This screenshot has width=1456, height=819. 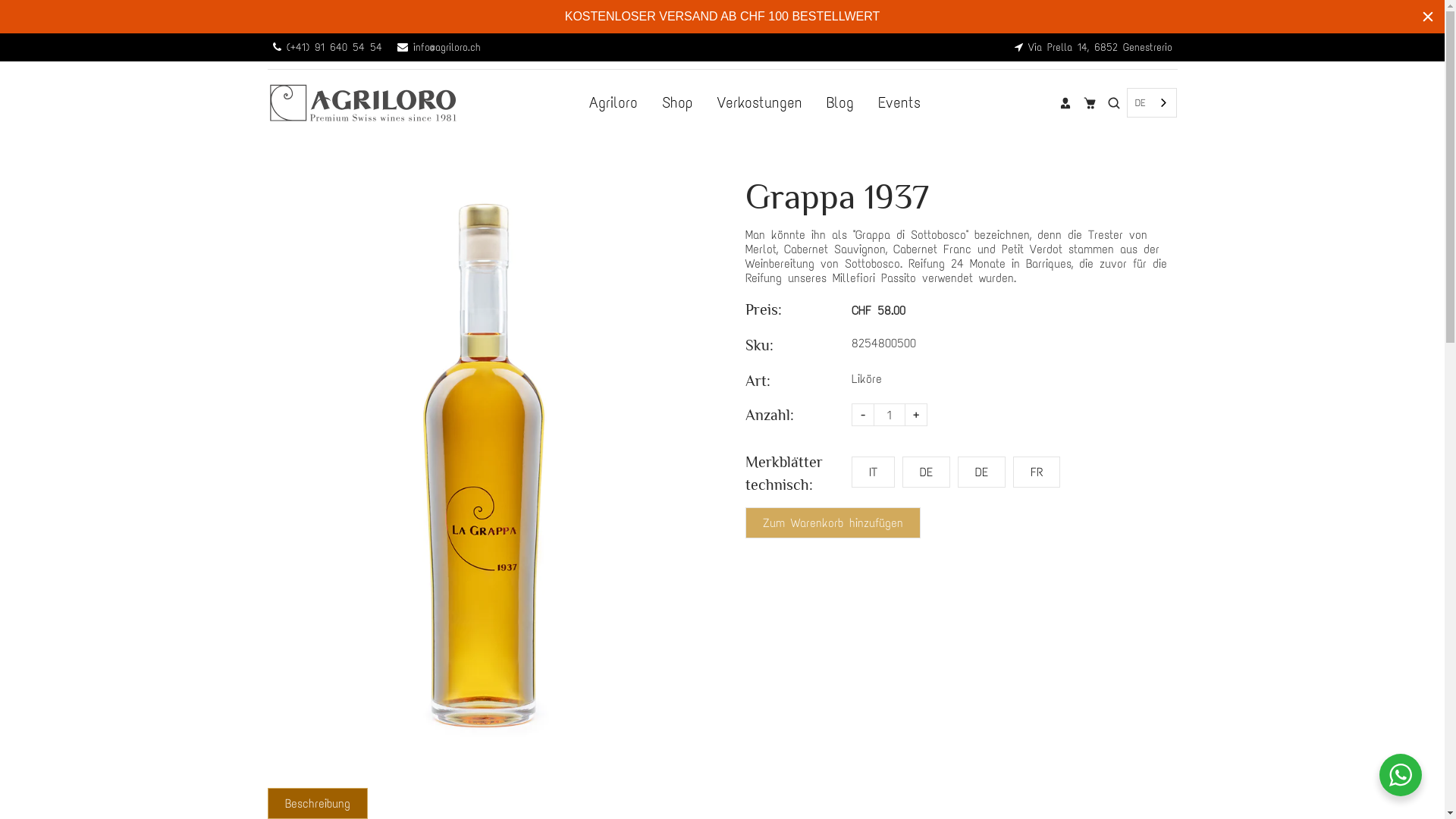 What do you see at coordinates (1088, 102) in the screenshot?
I see `'Trolley'` at bounding box center [1088, 102].